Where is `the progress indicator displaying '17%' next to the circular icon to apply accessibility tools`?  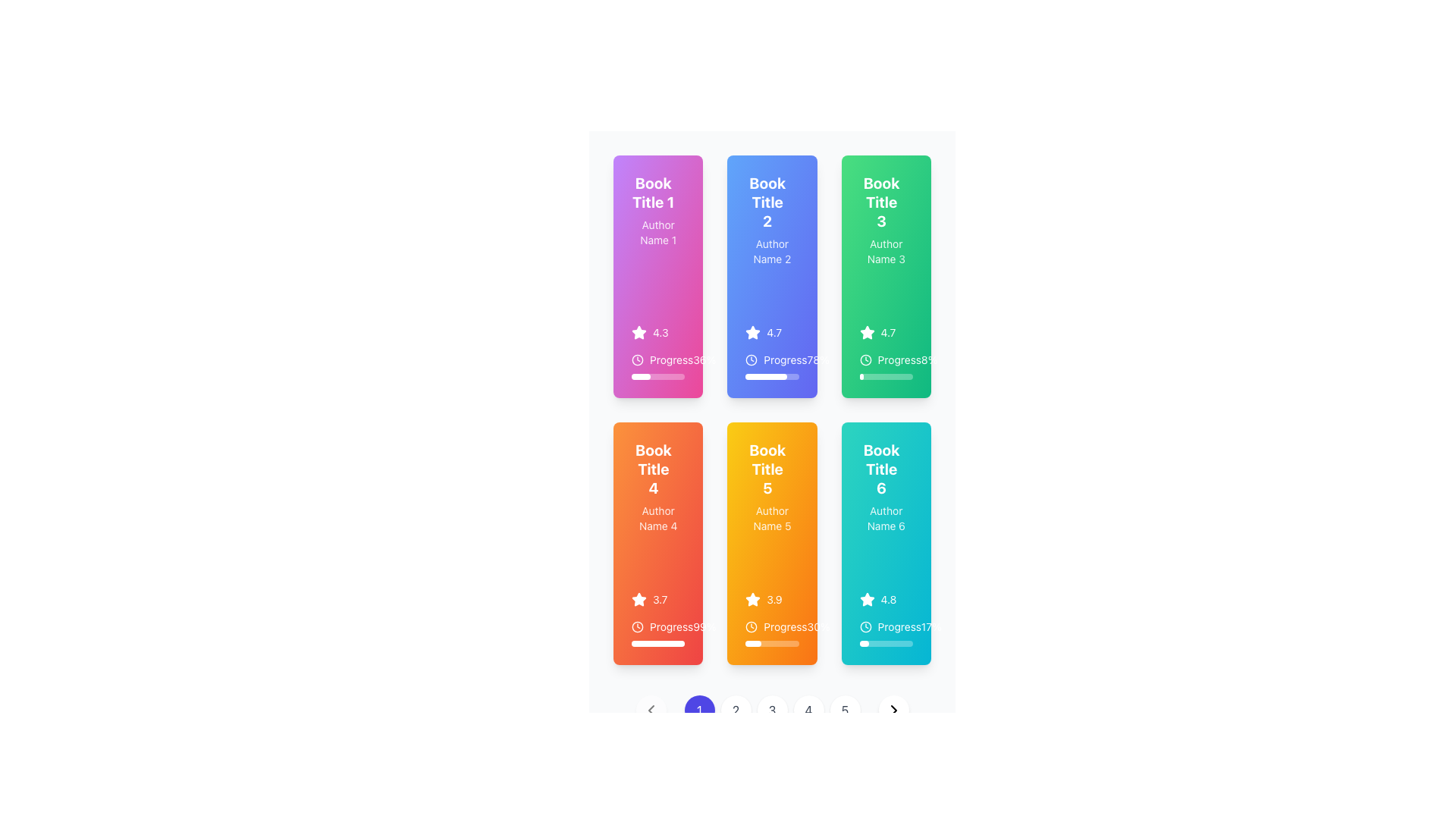 the progress indicator displaying '17%' next to the circular icon to apply accessibility tools is located at coordinates (886, 632).